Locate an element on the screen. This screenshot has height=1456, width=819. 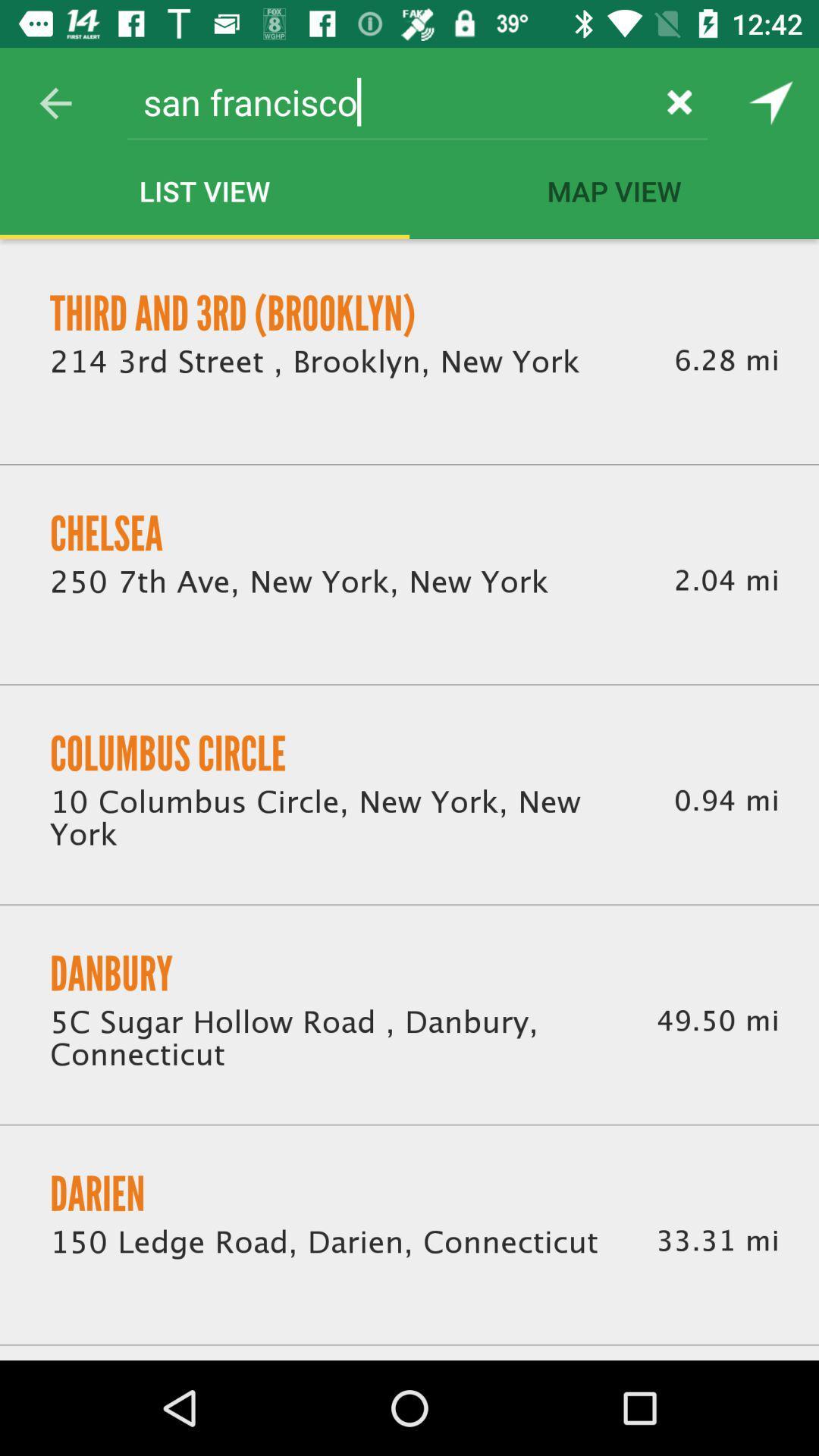
san francisco item is located at coordinates (388, 101).